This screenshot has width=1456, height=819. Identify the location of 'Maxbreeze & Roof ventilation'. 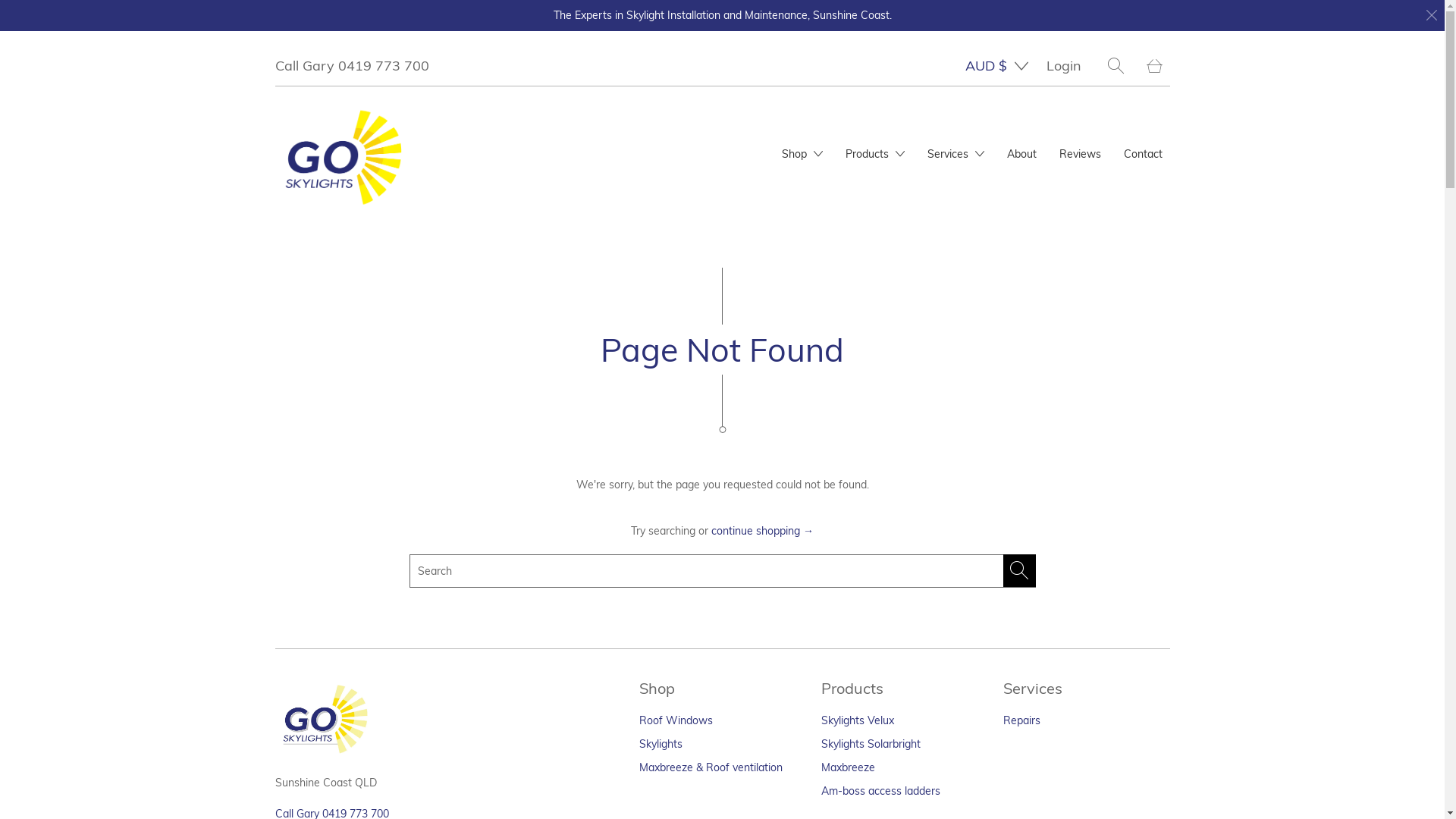
(638, 767).